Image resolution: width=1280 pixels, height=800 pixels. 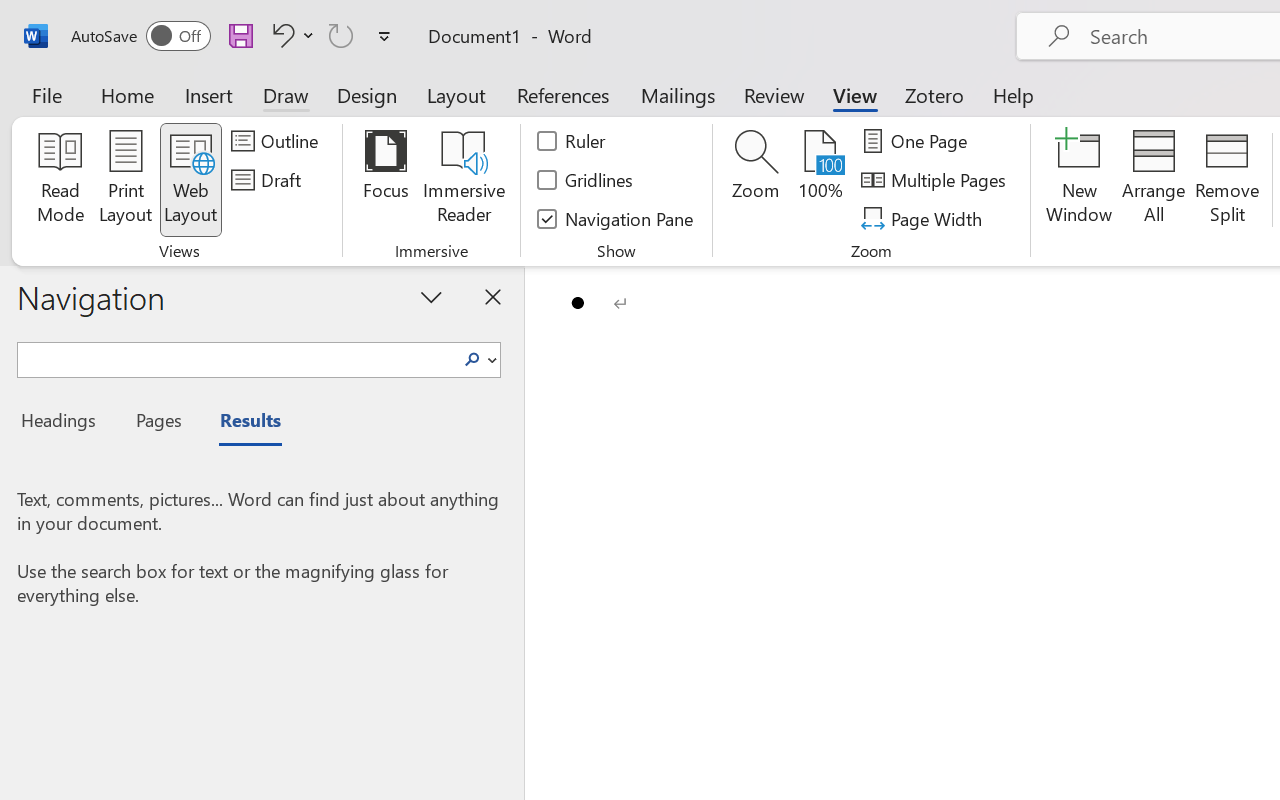 What do you see at coordinates (1226, 179) in the screenshot?
I see `'Remove Split'` at bounding box center [1226, 179].